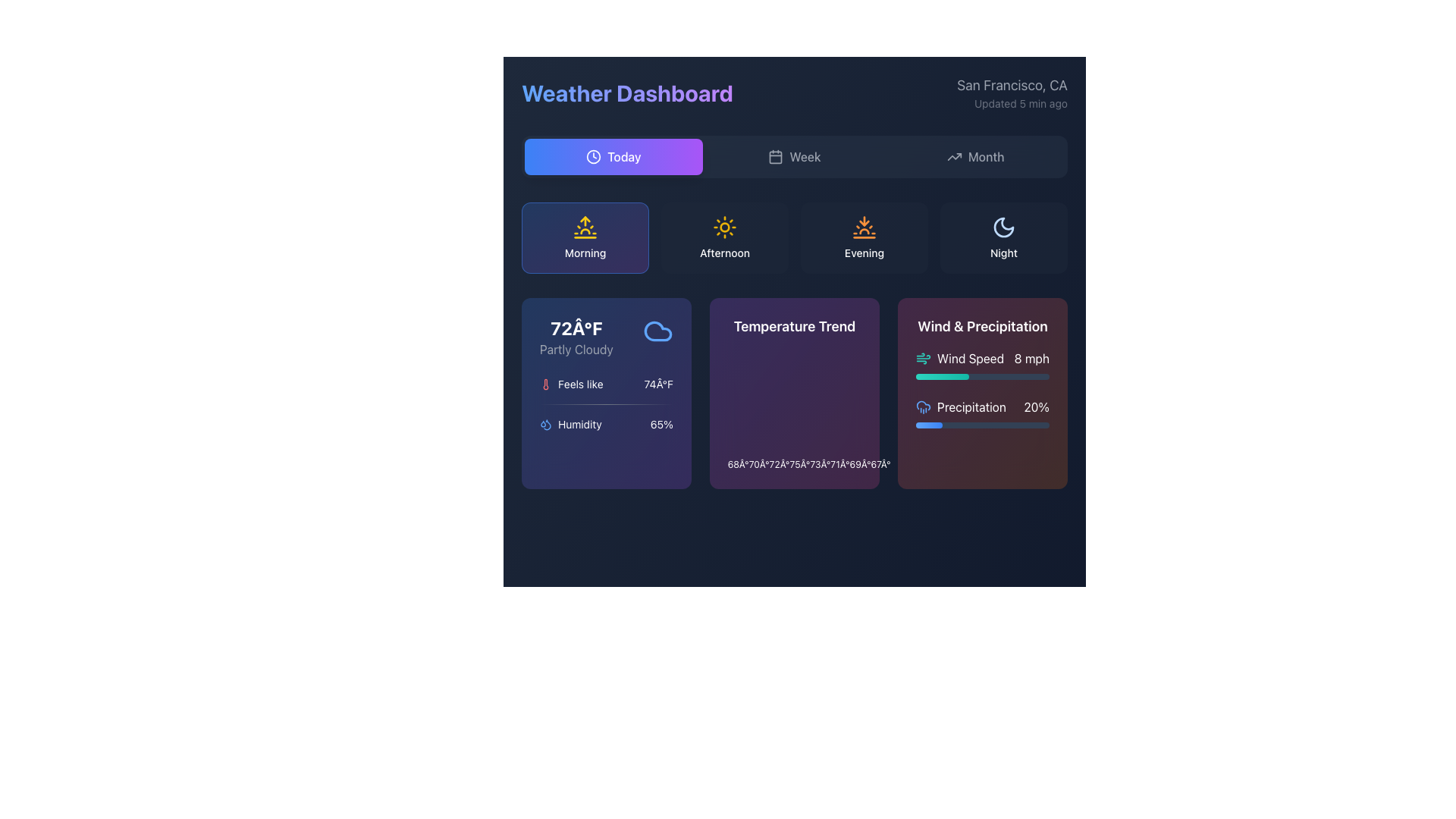 The image size is (1456, 819). What do you see at coordinates (759, 464) in the screenshot?
I see `the Text Display element showing '70°', which is located at the bottom of the 'Temperature Trend' card with a light-colored text on a dark background` at bounding box center [759, 464].